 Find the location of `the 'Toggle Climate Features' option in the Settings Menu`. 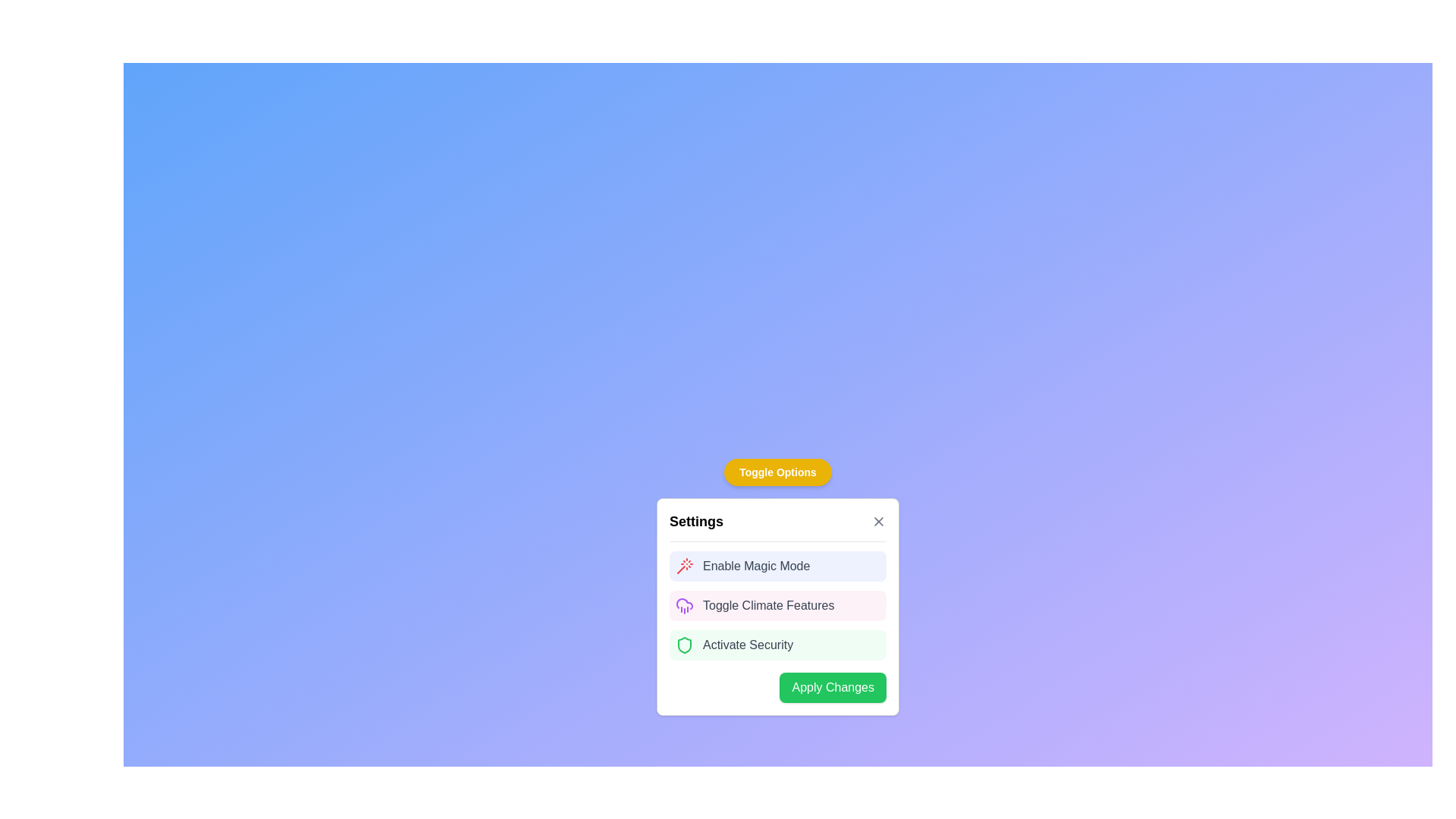

the 'Toggle Climate Features' option in the Settings Menu is located at coordinates (778, 605).